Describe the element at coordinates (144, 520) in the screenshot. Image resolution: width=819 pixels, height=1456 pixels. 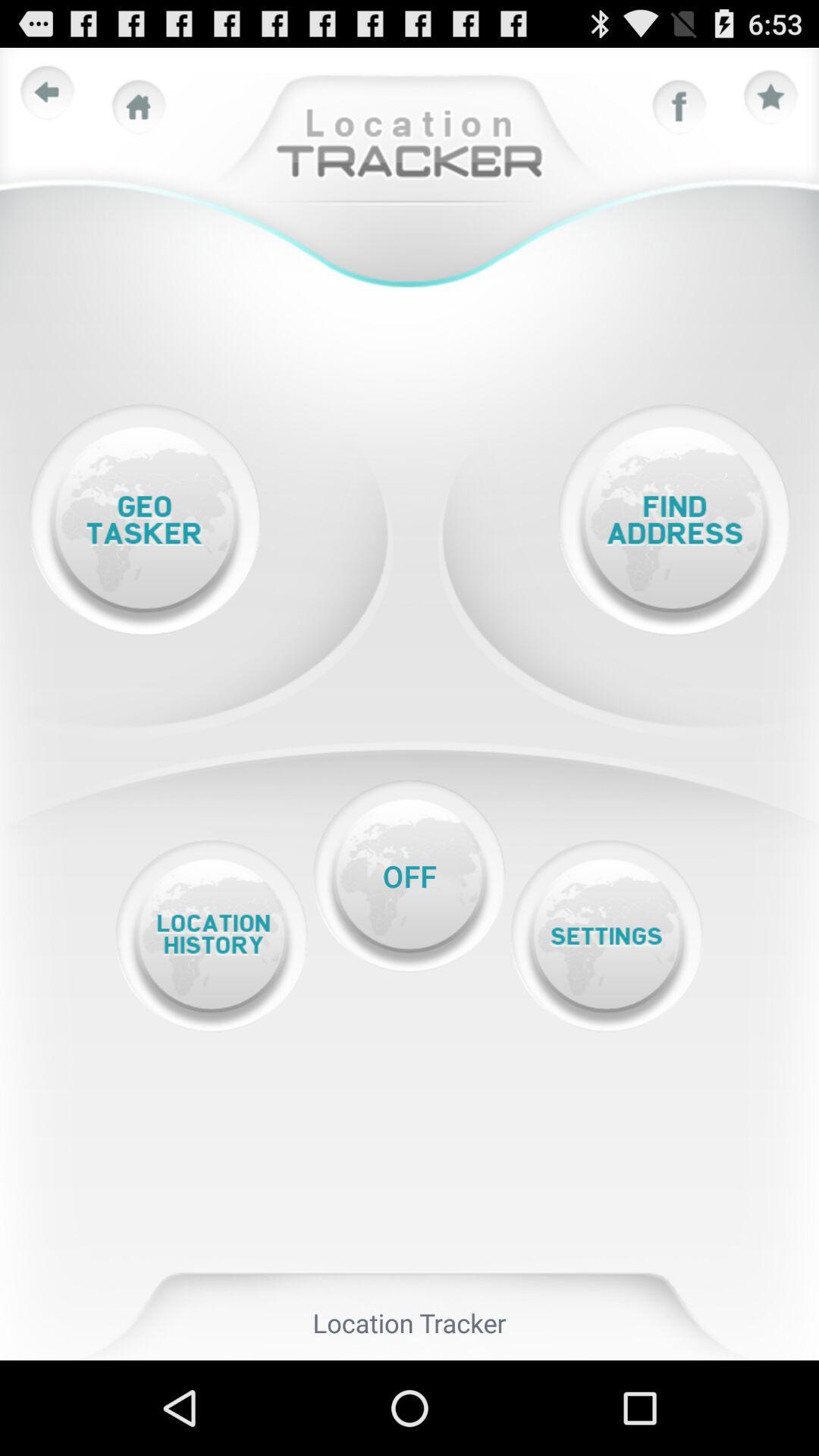
I see `open geo tasker` at that location.